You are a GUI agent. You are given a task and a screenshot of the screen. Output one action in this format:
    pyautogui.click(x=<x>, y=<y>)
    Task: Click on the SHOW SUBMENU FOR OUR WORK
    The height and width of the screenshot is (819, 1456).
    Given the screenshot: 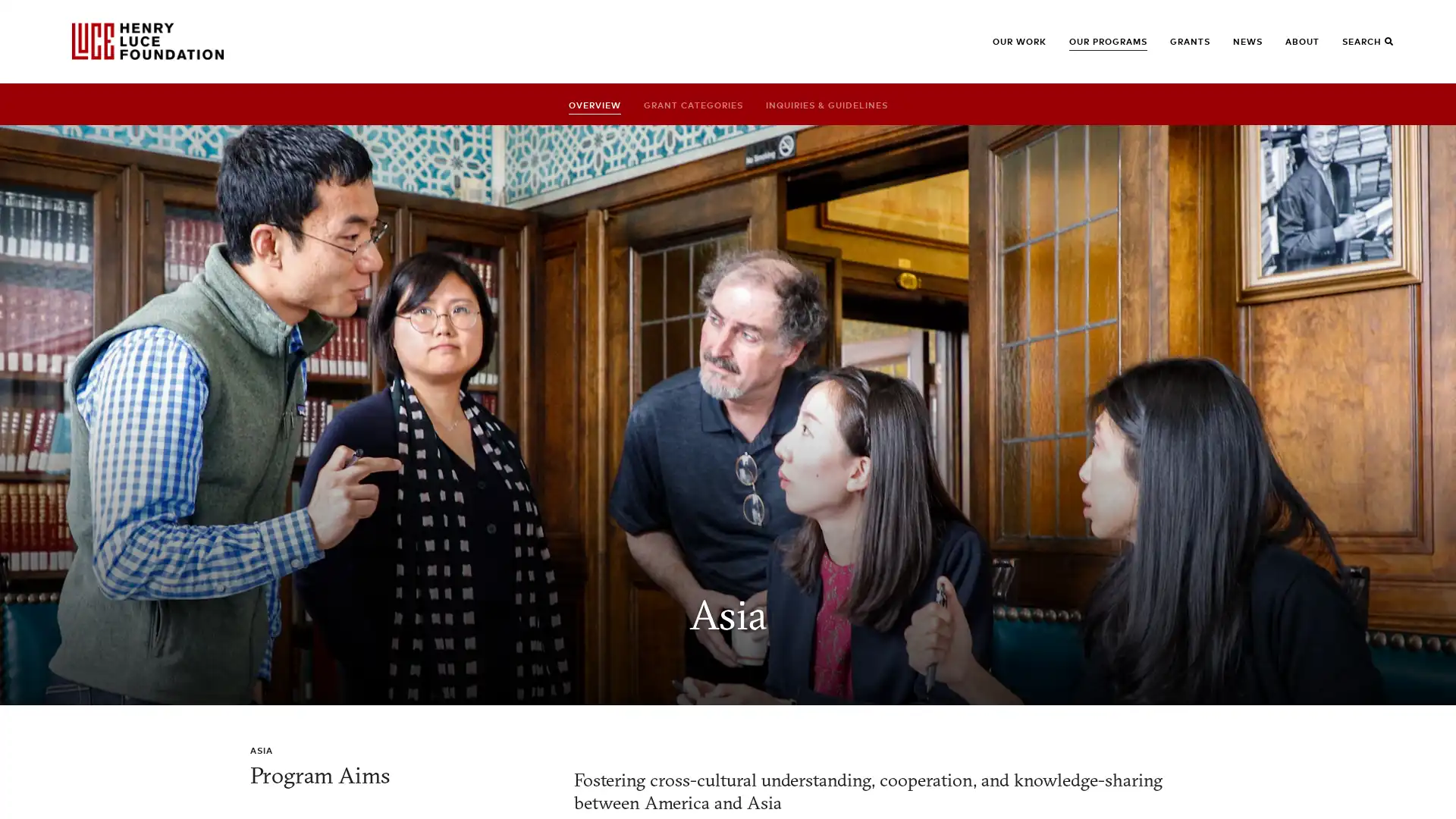 What is the action you would take?
    pyautogui.click(x=1016, y=48)
    